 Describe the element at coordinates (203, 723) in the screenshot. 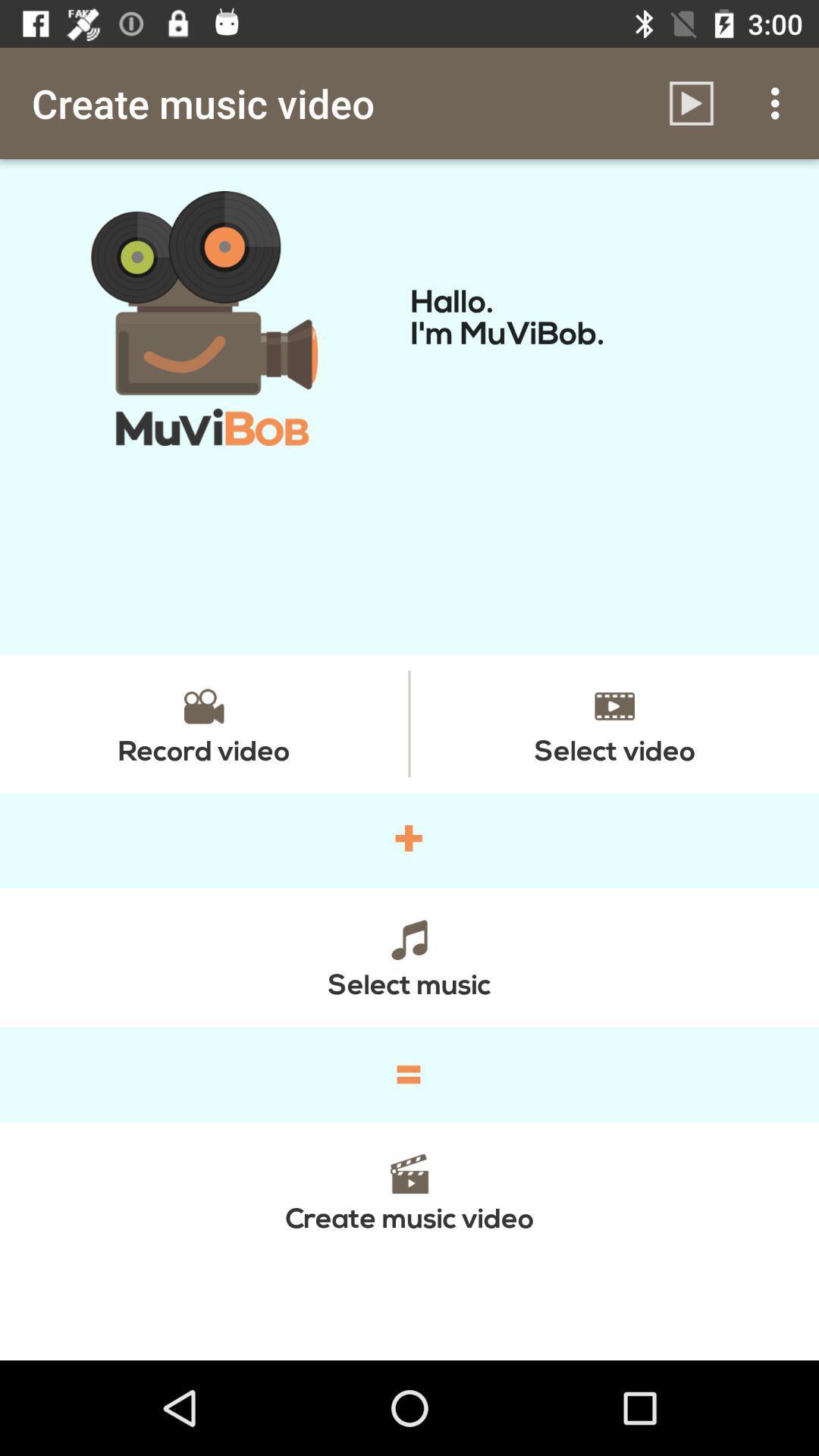

I see `the record video item` at that location.